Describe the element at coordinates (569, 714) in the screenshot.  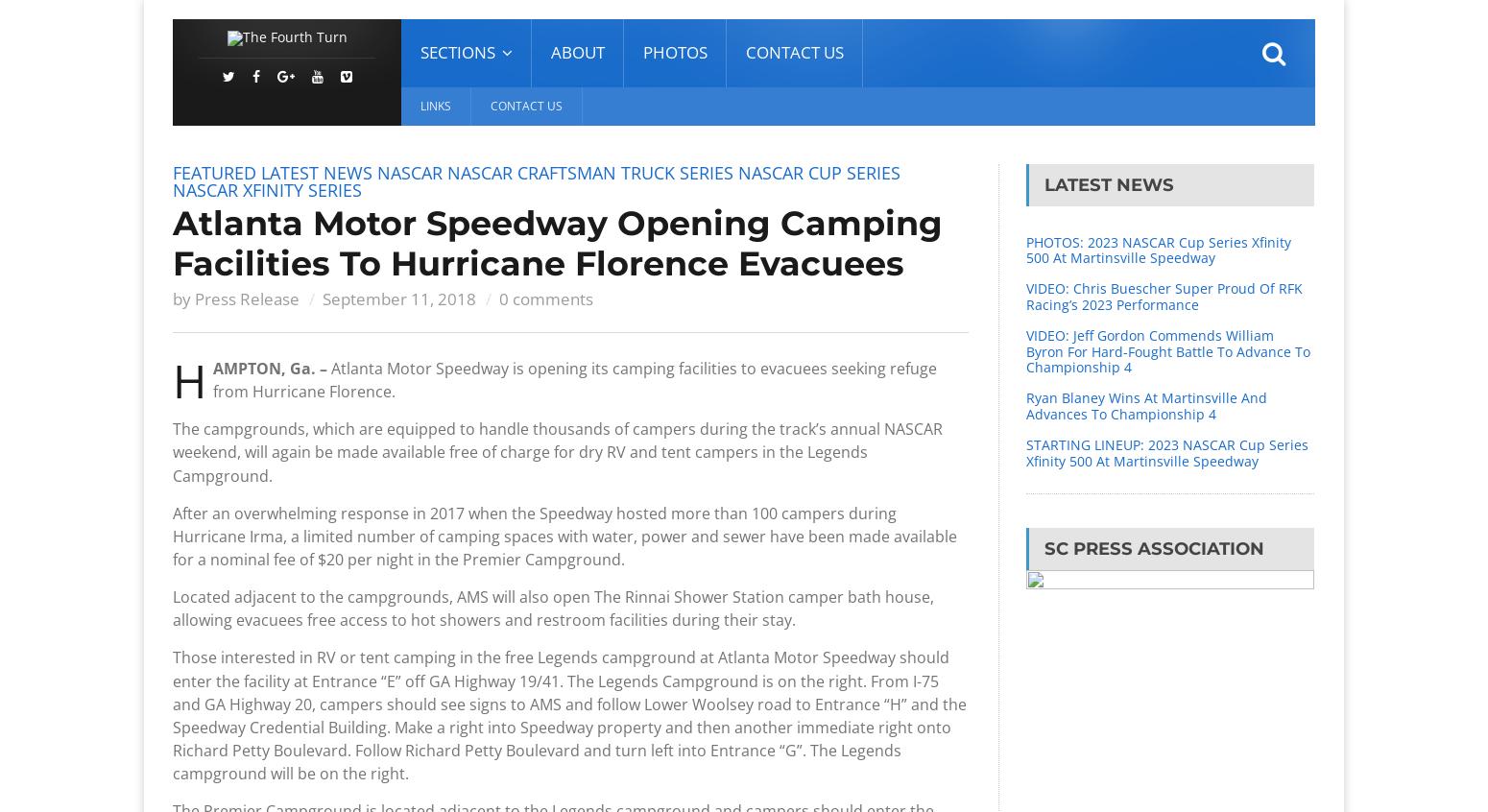
I see `'Those interested in RV or tent camping in the free Legends campground at Atlanta Motor Speedway should enter the facility at Entrance “E” off GA Highway 19/41. The Legends Campground is on the right. From I-75 and GA Highway 20, campers should see signs to AMS and follow Lower Woolsey road to Entrance “H” and the Speedway Credential Building. Make a right into Speedway property and then another immediate right onto Richard Petty Boulevard. Follow Richard Petty Boulevard and turn left into Entrance “G”. The Legends campground will be on the right.'` at that location.